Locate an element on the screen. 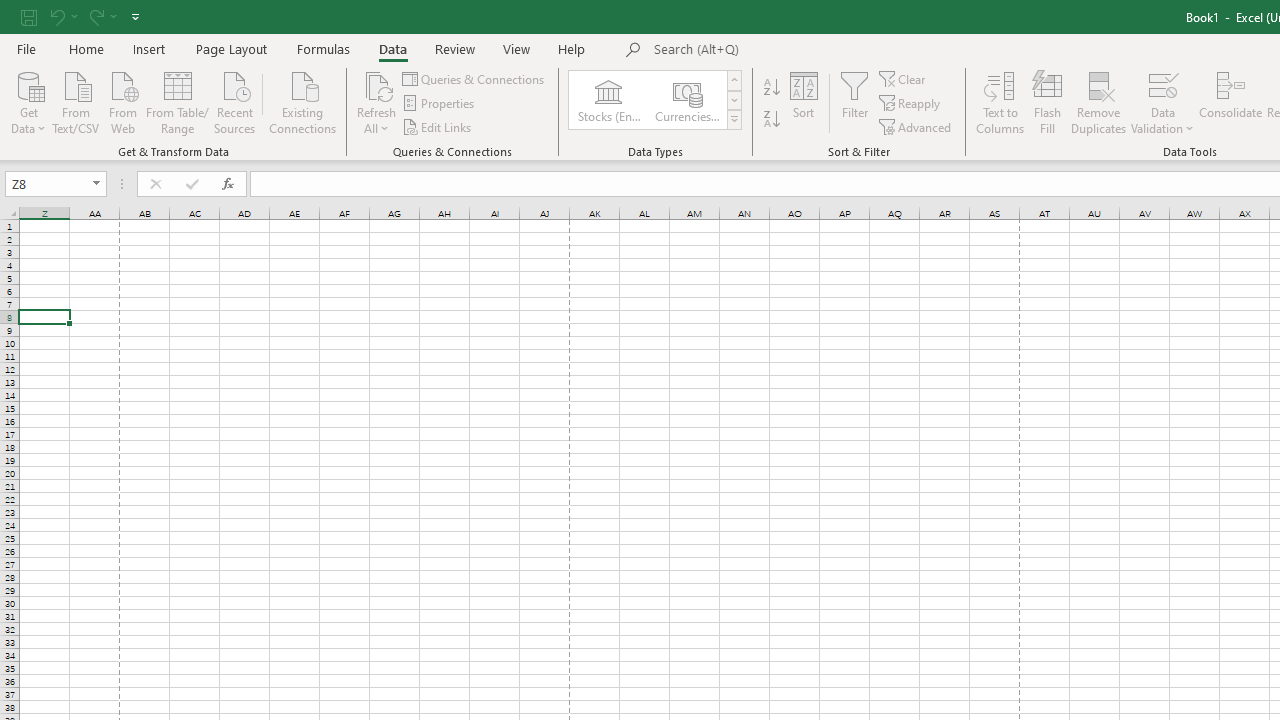  'Consolidate...' is located at coordinates (1229, 103).